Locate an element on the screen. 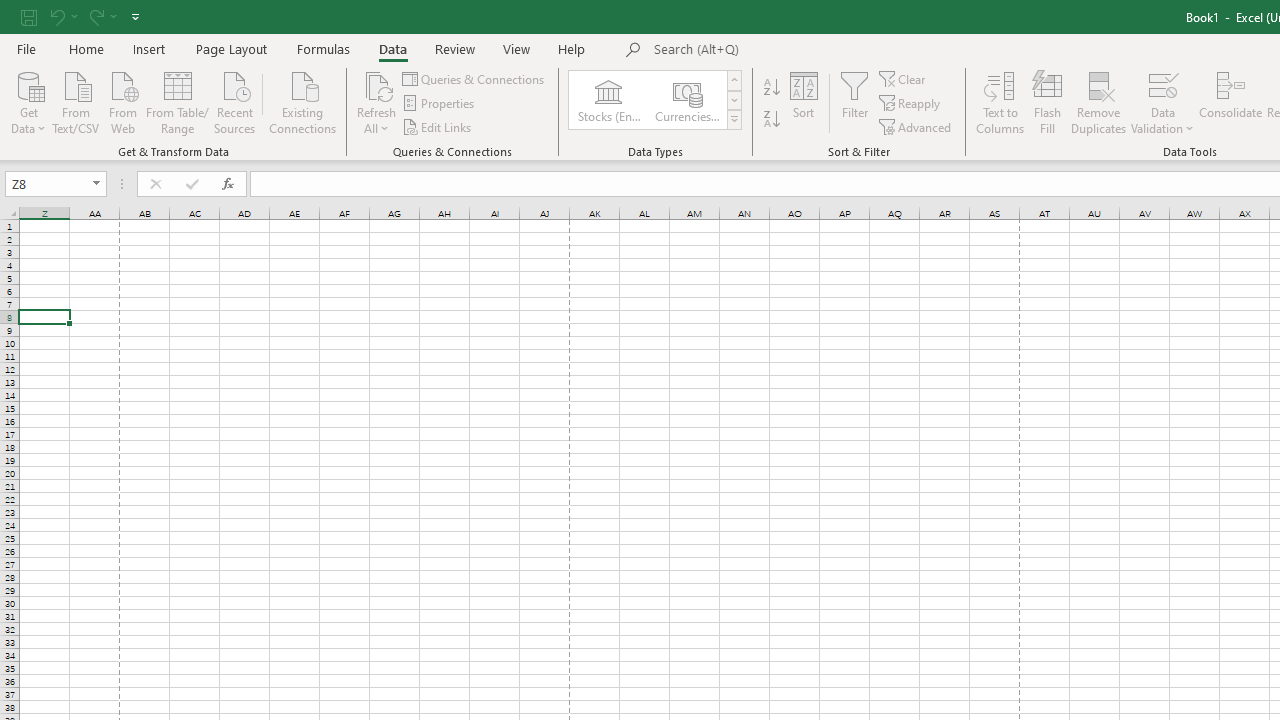  'Consolidate...' is located at coordinates (1229, 103).